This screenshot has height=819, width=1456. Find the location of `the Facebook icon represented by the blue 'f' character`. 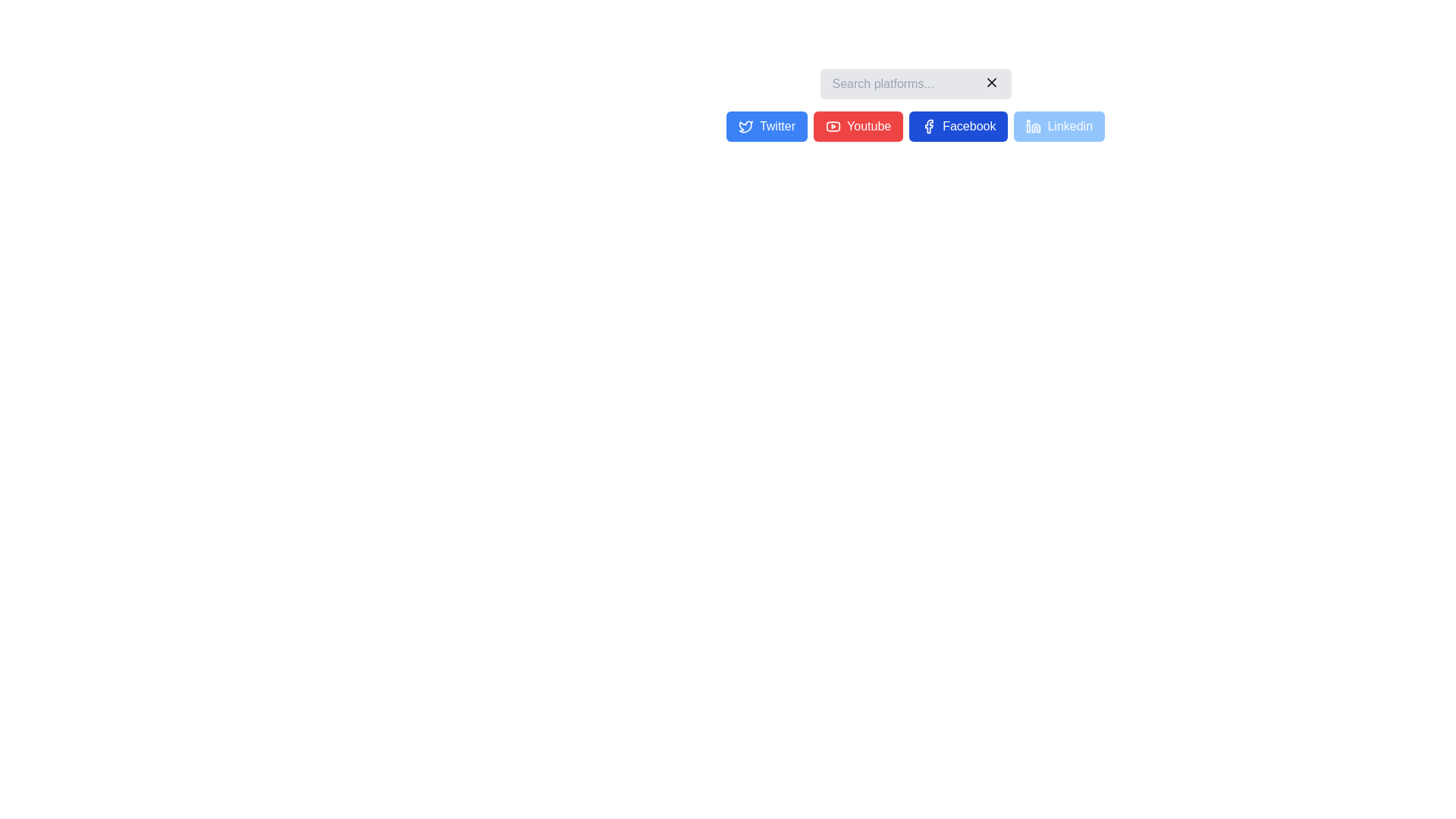

the Facebook icon represented by the blue 'f' character is located at coordinates (928, 125).